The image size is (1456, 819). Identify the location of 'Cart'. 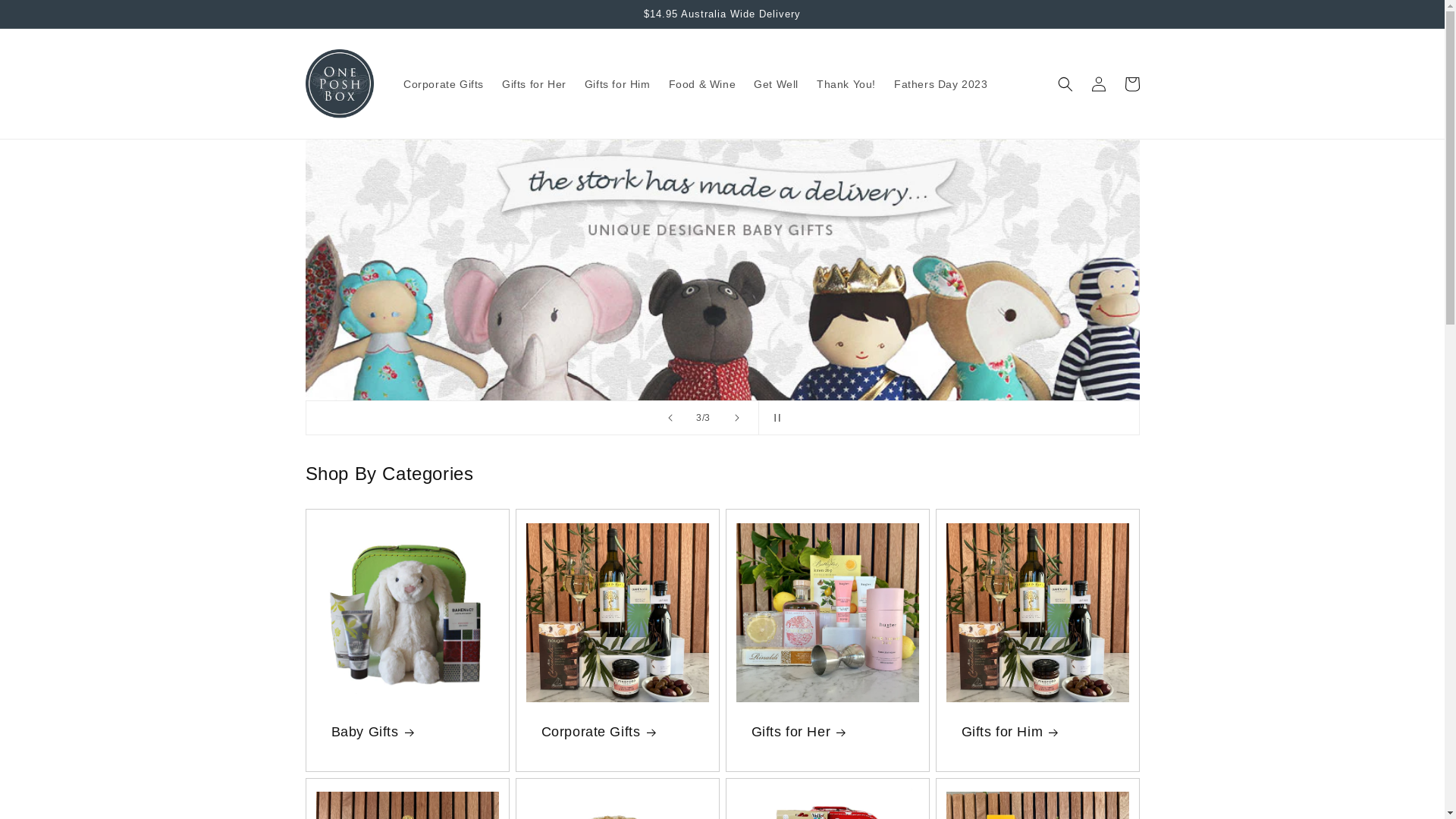
(1131, 84).